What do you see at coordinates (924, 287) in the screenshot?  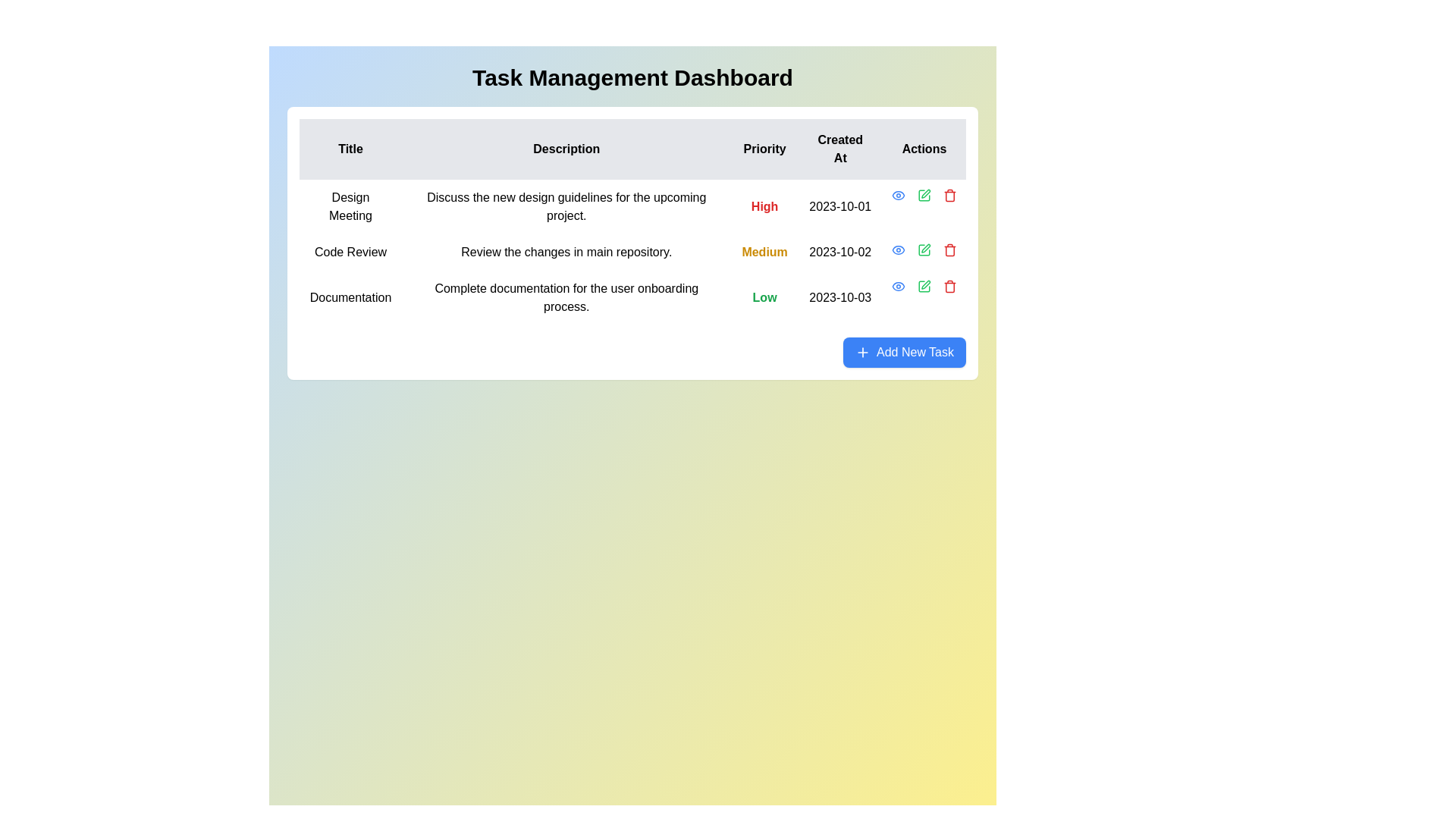 I see `the green editing button located in the 'Actions' column of the last row for the 'Documentation' entry` at bounding box center [924, 287].